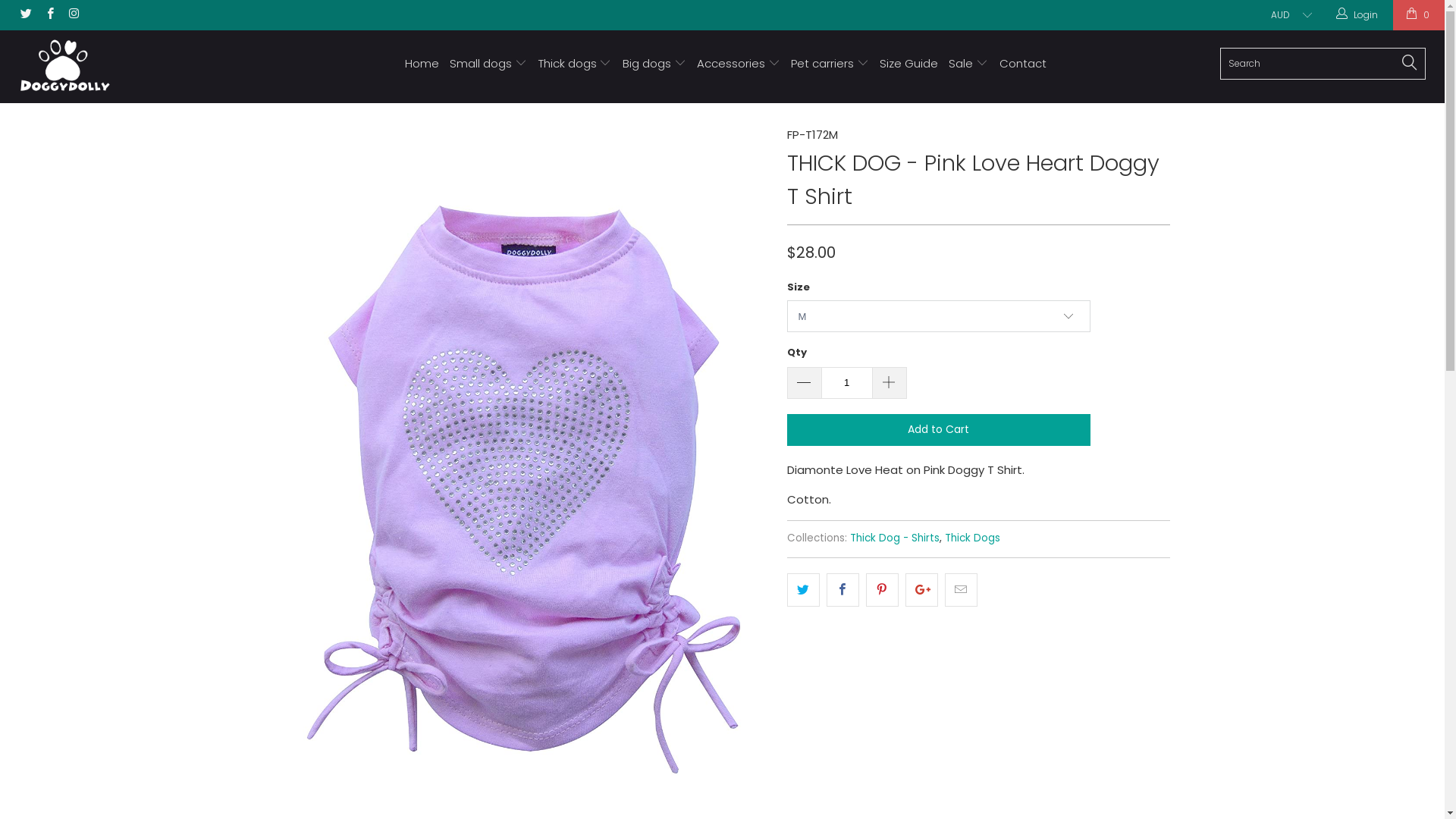 The width and height of the screenshot is (1456, 819). Describe the element at coordinates (842, 589) in the screenshot. I see `'Share this on Facebook'` at that location.